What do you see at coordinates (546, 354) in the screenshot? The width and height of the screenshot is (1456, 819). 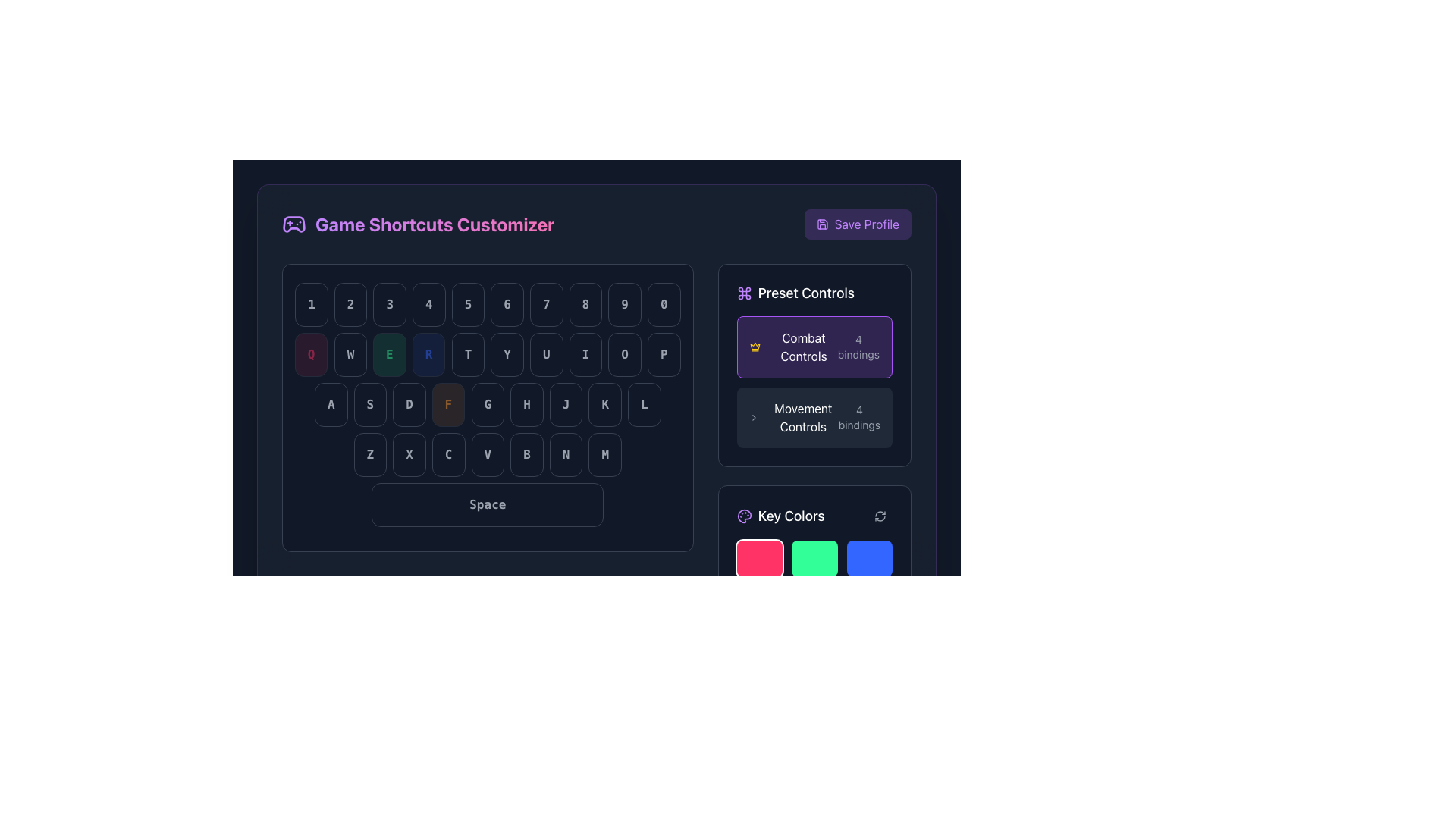 I see `the 'U' button in the virtual keyboard layout, which is located in the lower mid-section and is the fourth button in the row containing 'TYUIOP'` at bounding box center [546, 354].